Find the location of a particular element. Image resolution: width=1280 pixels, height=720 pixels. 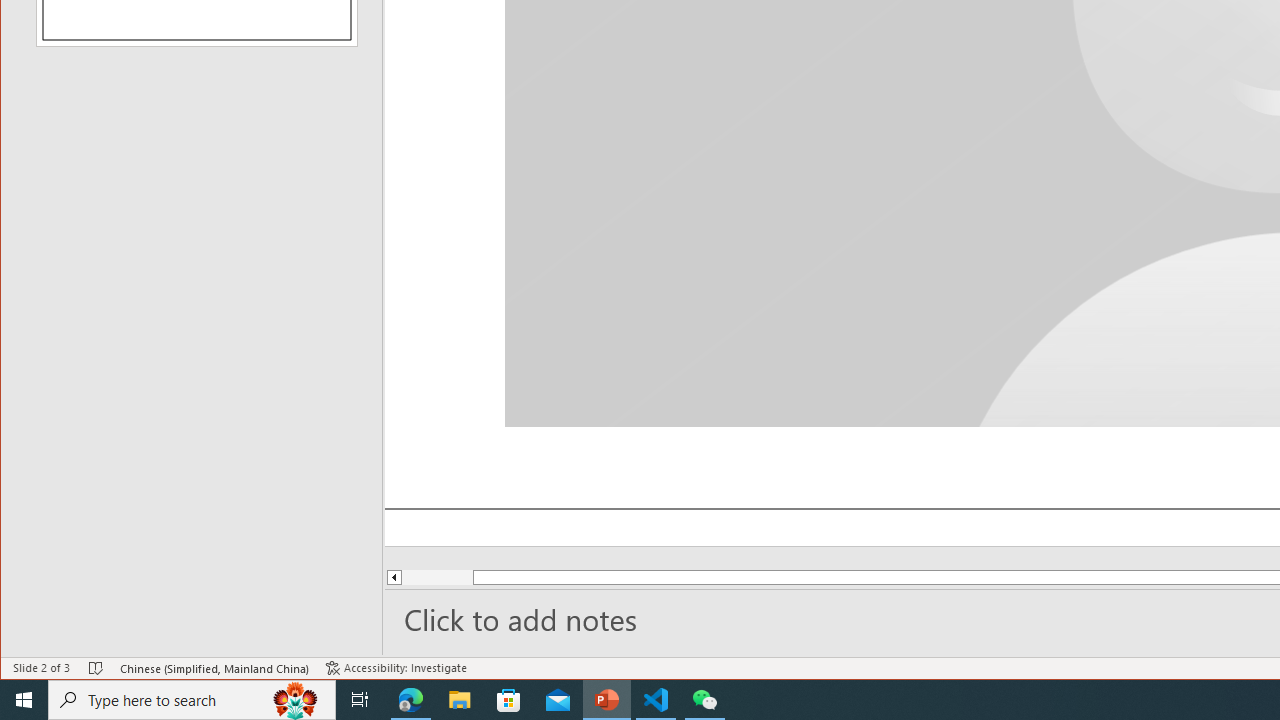

'WeChat - 1 running window' is located at coordinates (705, 698).